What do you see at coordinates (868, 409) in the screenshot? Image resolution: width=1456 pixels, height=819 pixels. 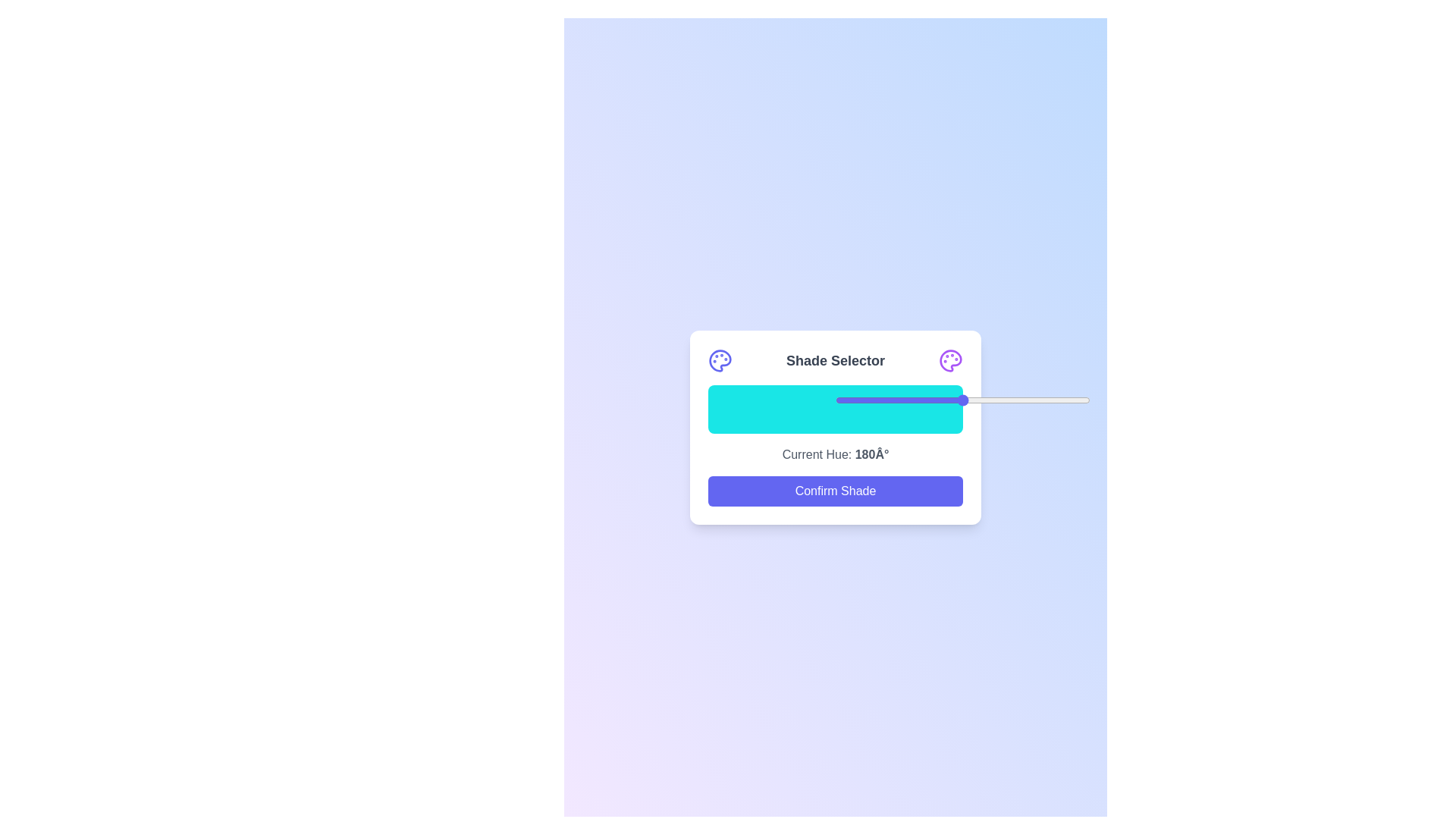 I see `the shade slider to 63 to observe the corresponding color` at bounding box center [868, 409].